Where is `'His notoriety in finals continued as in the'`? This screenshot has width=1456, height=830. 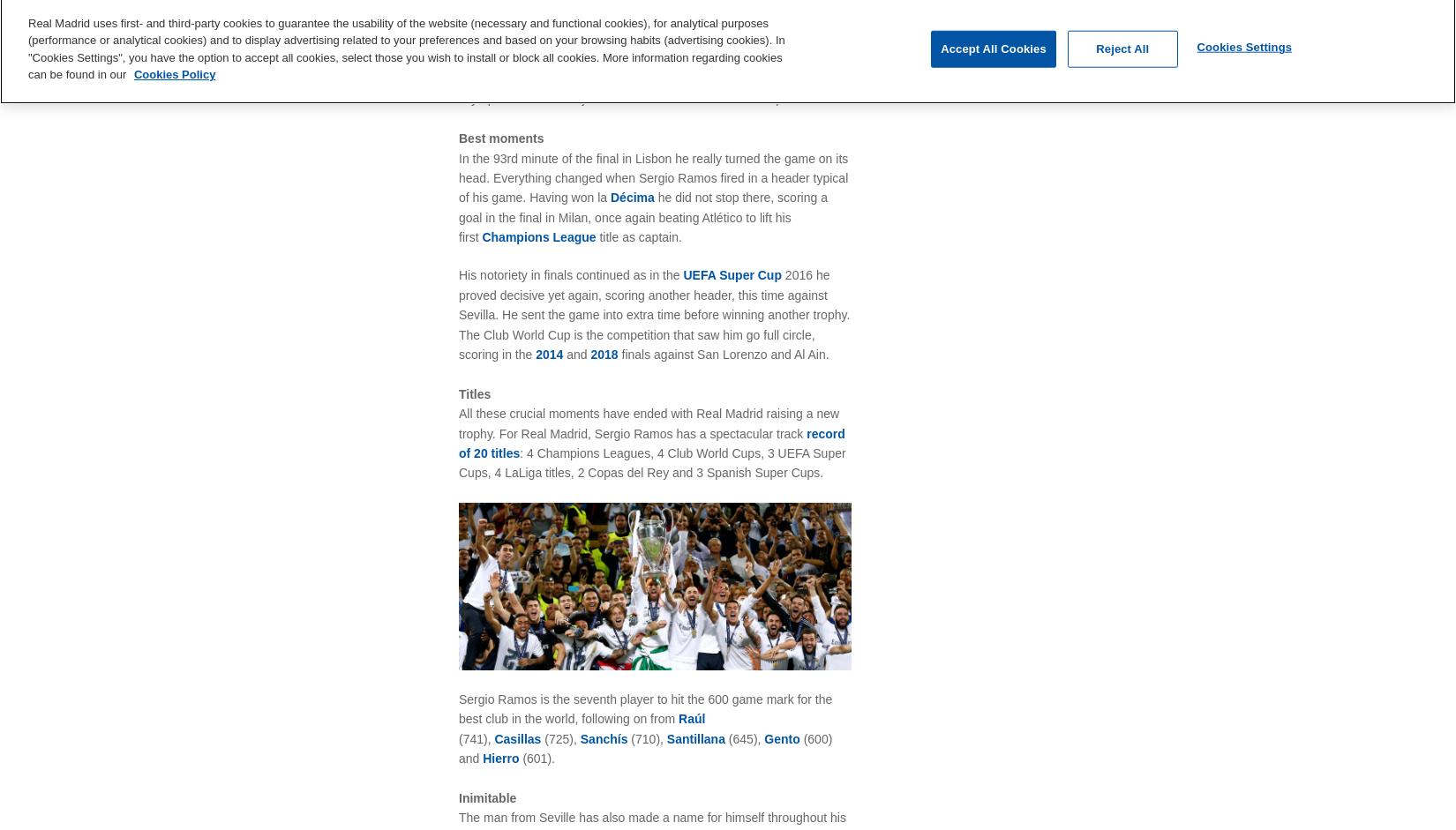
'His notoriety in finals continued as in the' is located at coordinates (458, 274).